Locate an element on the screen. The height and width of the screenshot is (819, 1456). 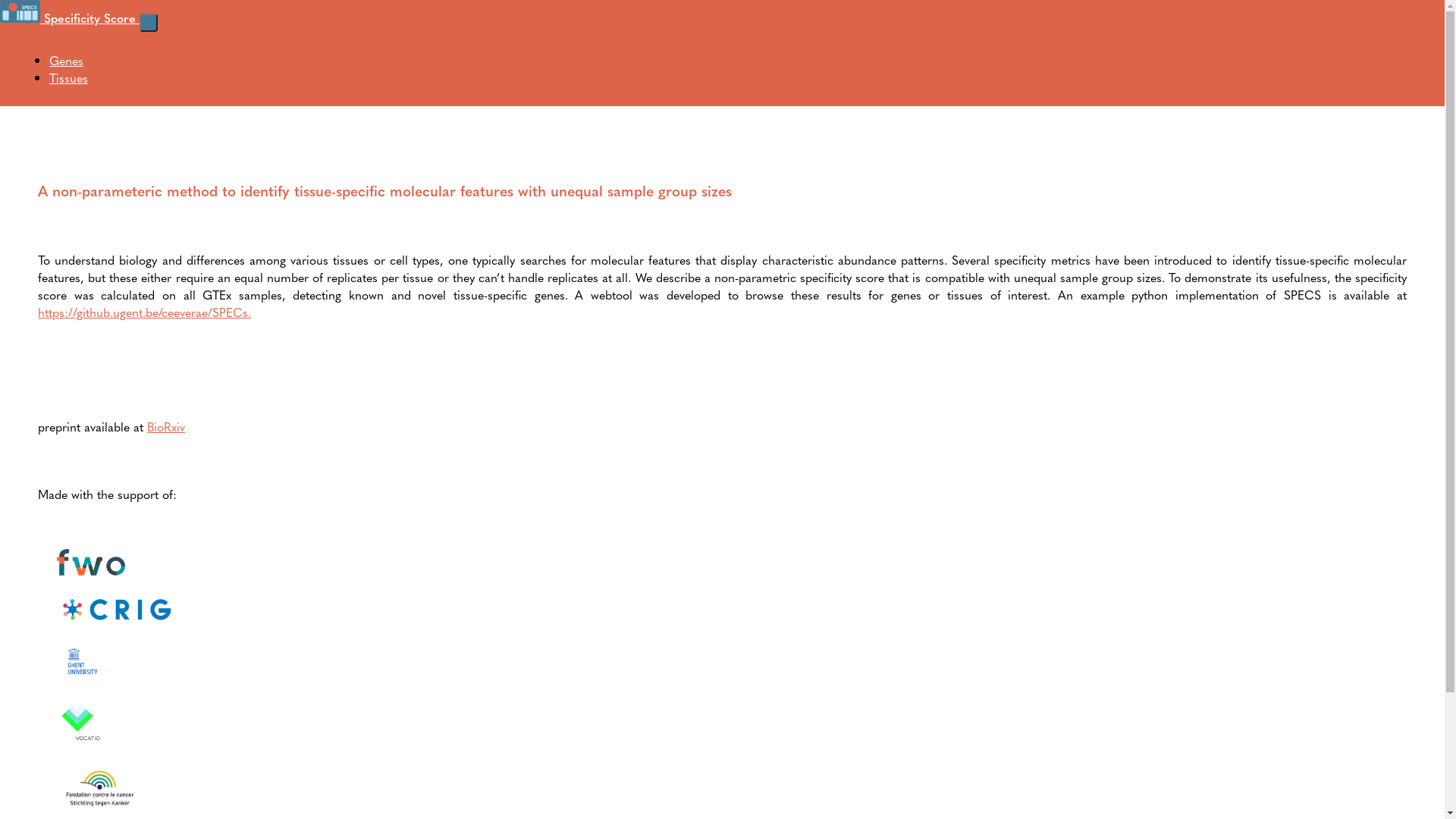
'BioRxiv' is located at coordinates (166, 426).